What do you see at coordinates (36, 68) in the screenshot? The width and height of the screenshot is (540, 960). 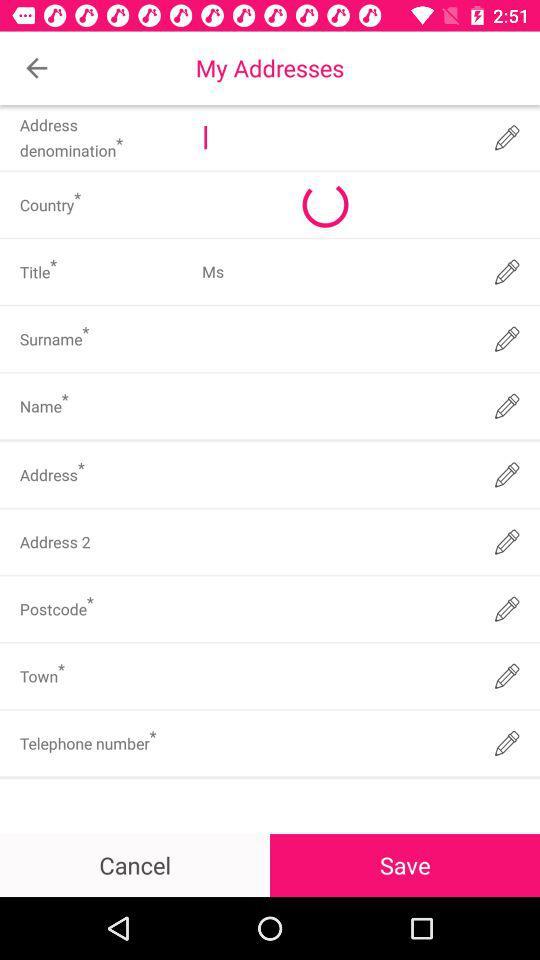 I see `icon above the address denomination*` at bounding box center [36, 68].